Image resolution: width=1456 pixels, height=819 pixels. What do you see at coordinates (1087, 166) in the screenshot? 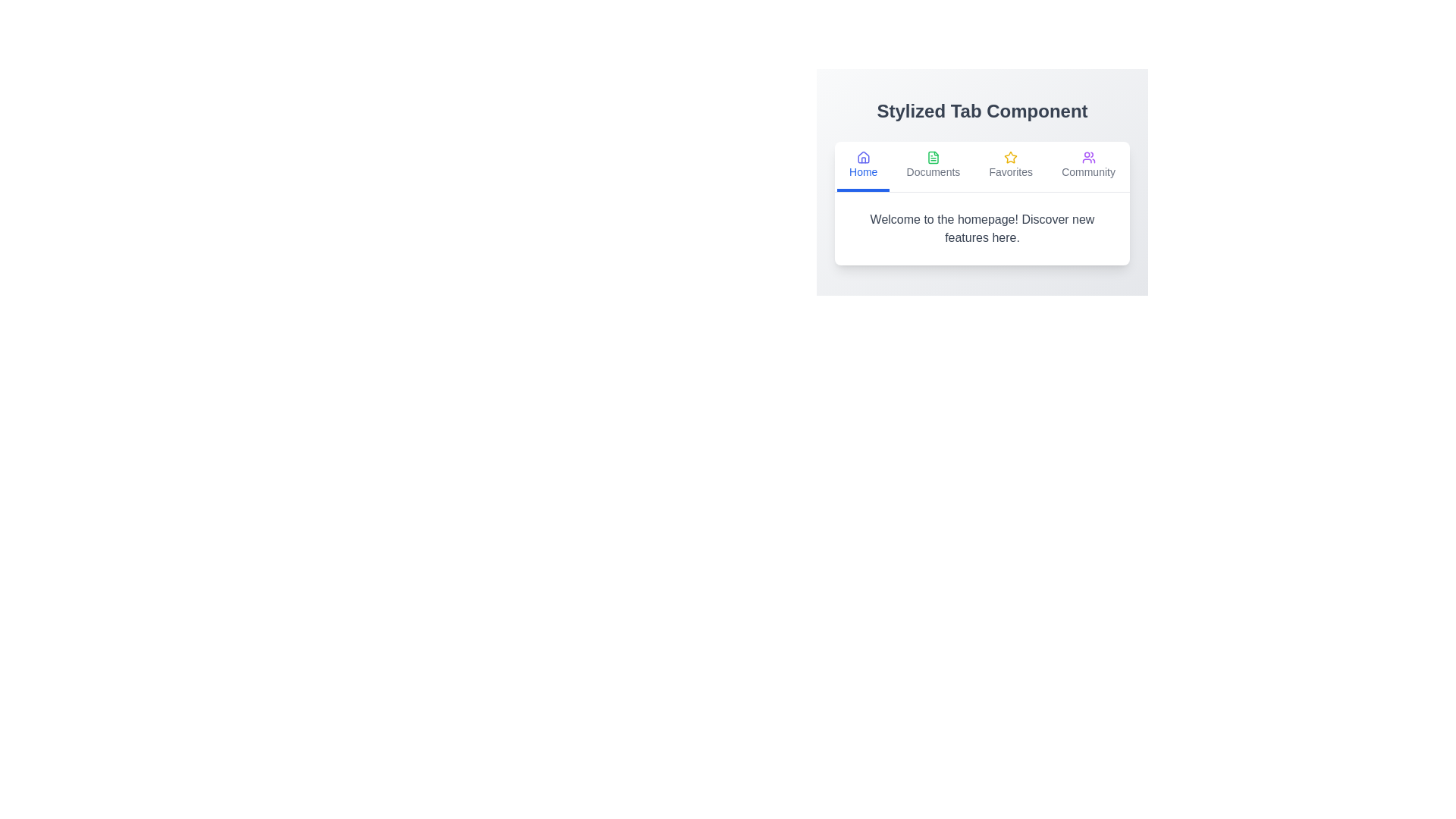
I see `the 'Community' button with an icon and text label, which is the last item in the horizontal navigation bar` at bounding box center [1087, 166].